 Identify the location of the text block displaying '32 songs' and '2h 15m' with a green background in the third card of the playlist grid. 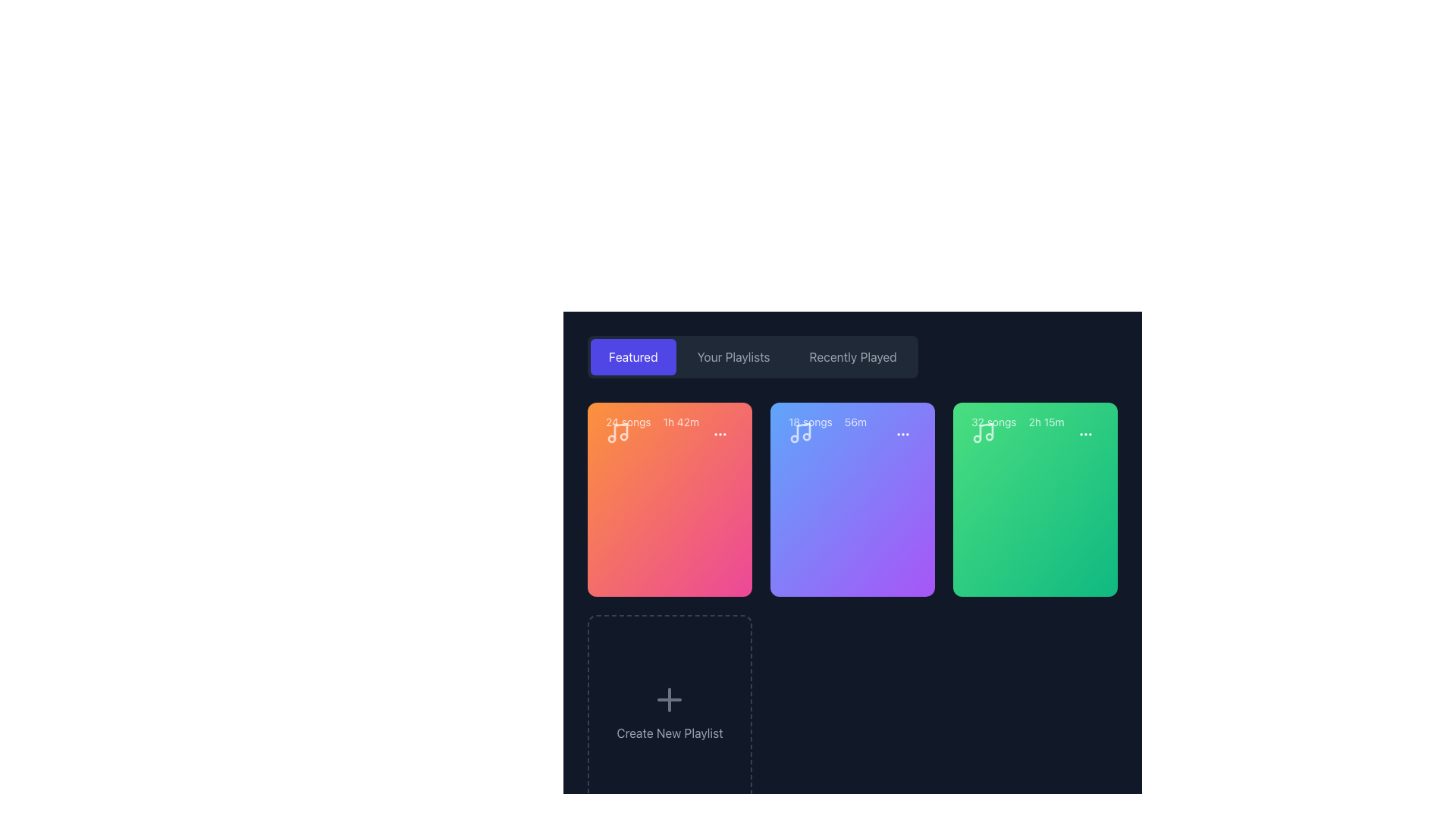
(1034, 435).